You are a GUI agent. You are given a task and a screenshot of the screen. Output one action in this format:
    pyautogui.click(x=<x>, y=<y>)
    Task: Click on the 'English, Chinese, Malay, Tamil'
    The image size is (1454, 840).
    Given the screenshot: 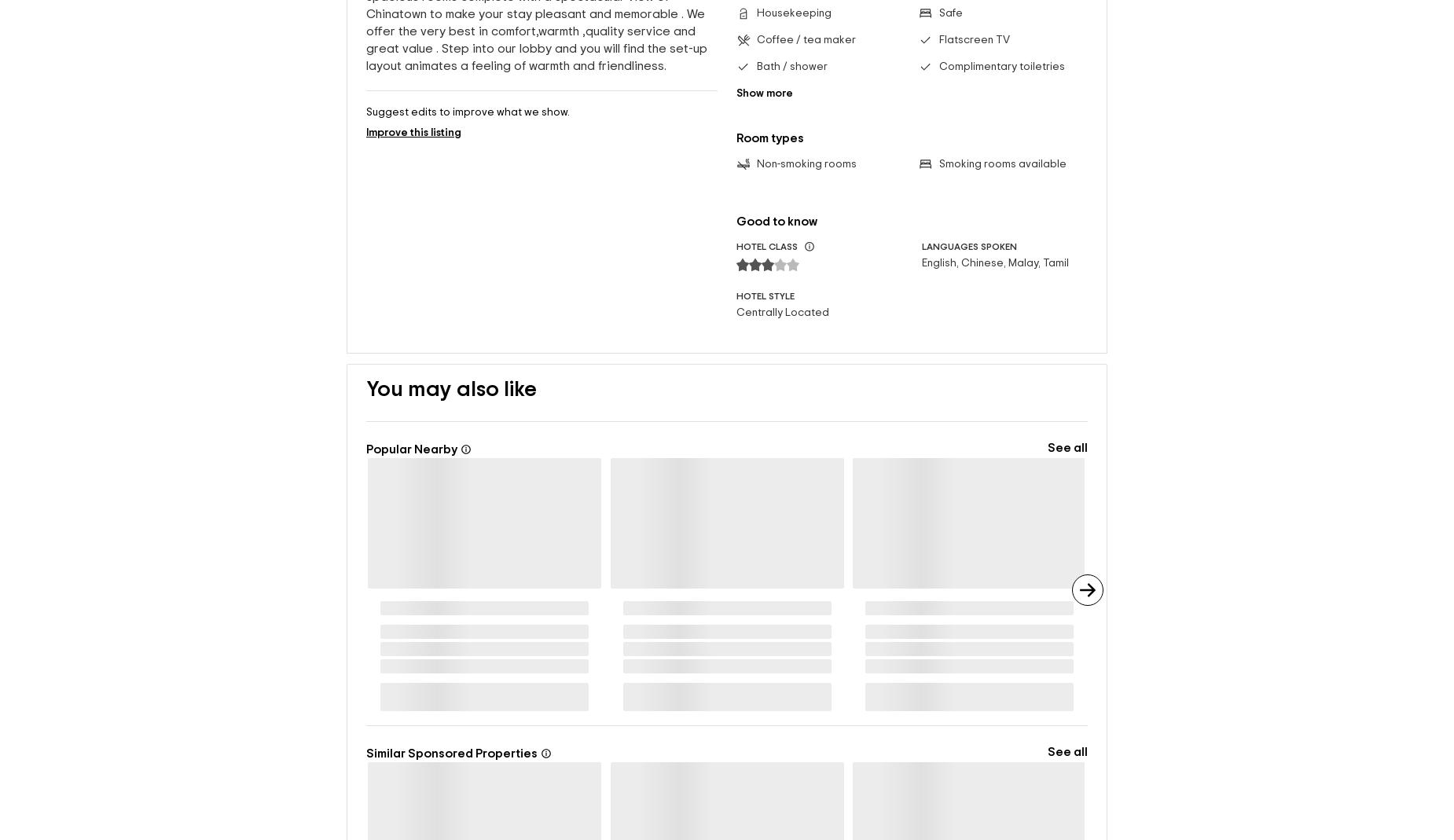 What is the action you would take?
    pyautogui.click(x=920, y=263)
    